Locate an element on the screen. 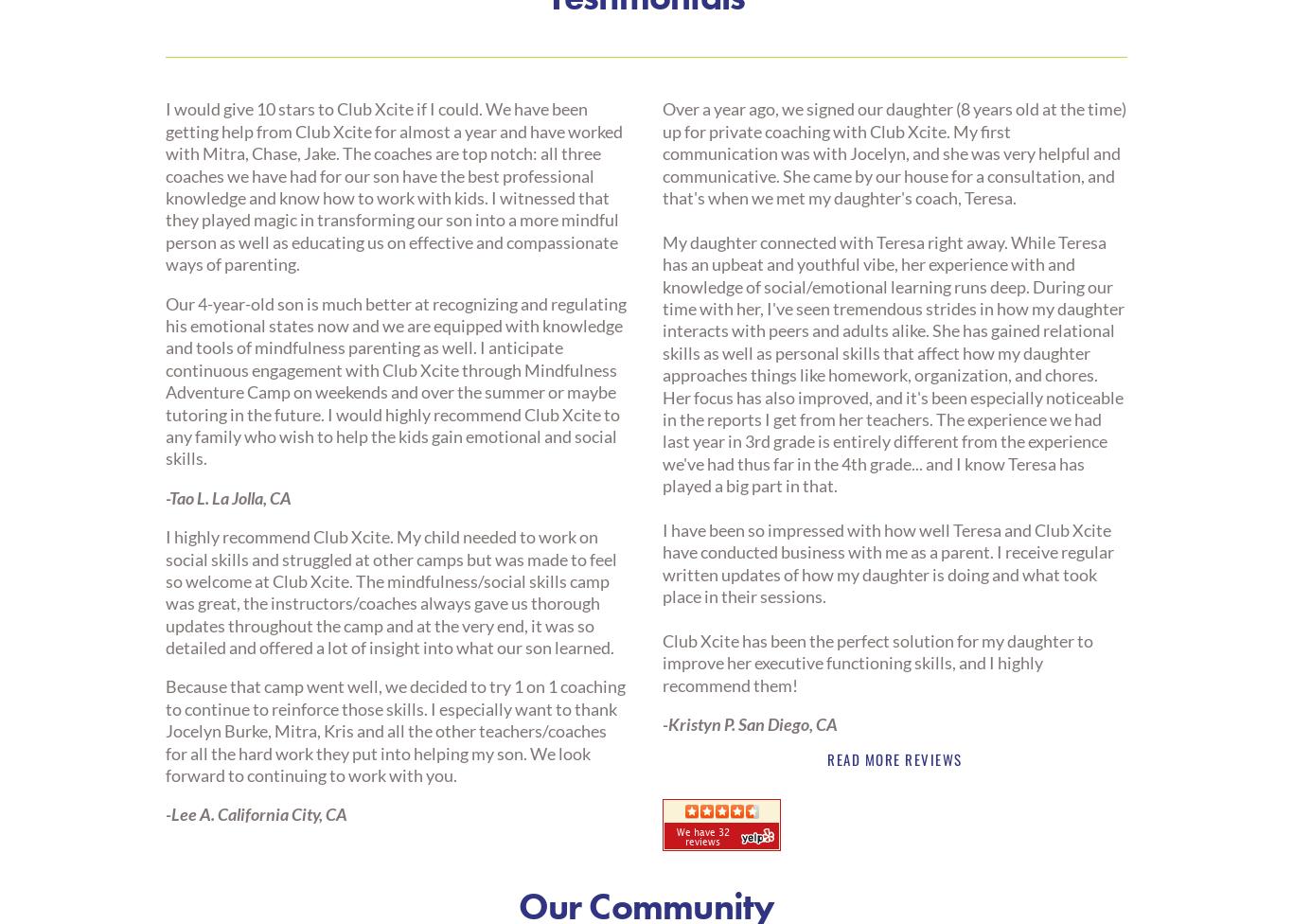 Image resolution: width=1293 pixels, height=924 pixels. 'I would give 10 stars to Club Xcite if I could. We have been getting help from Club Xcite for almost a year and have worked with Mitra, Chase, Jake. The coaches are top notch: all three coaches we have had for our son have the best professional knowledge and know how to work with kids. I witnessed that they played magic in transforming our son into a more mindful person as well as educating us on effective and compassionate ways of parenting.' is located at coordinates (394, 185).